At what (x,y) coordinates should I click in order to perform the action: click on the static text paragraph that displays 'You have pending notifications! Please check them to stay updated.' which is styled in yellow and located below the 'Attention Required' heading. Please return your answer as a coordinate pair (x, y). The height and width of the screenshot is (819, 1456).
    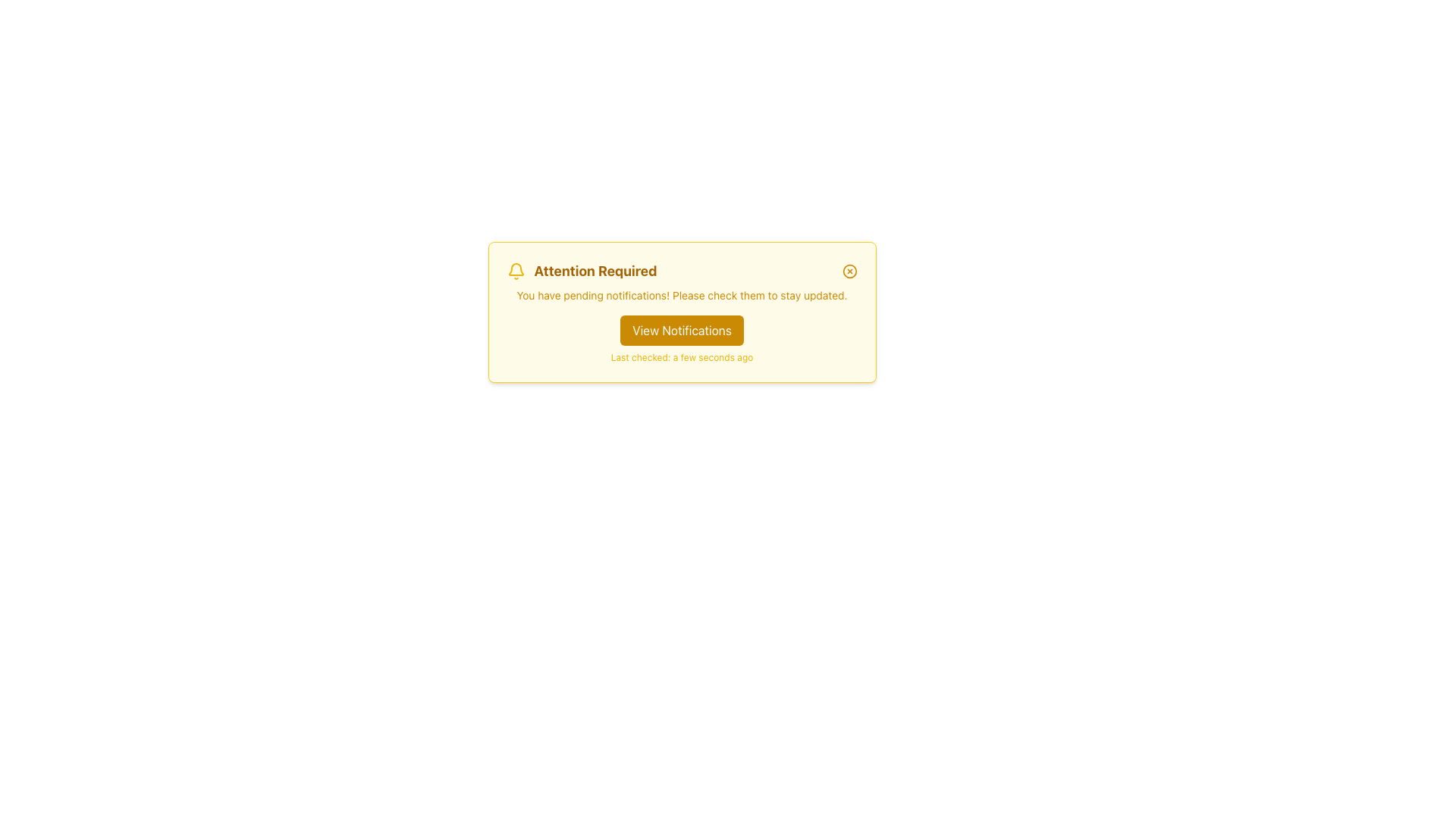
    Looking at the image, I should click on (681, 295).